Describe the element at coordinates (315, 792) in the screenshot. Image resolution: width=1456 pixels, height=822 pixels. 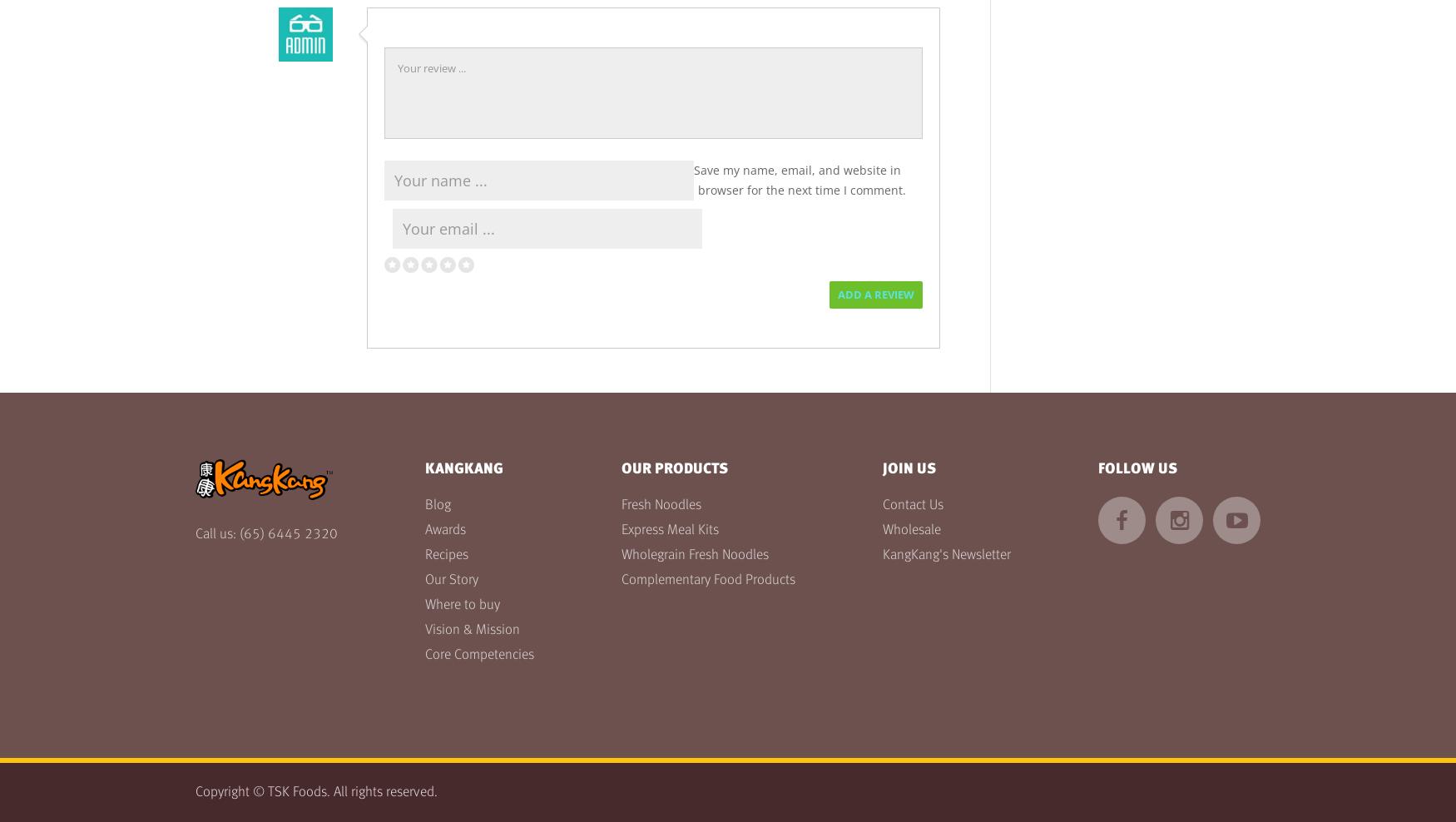
I see `'Copyright © TSK Foods. All rights reserved.'` at that location.